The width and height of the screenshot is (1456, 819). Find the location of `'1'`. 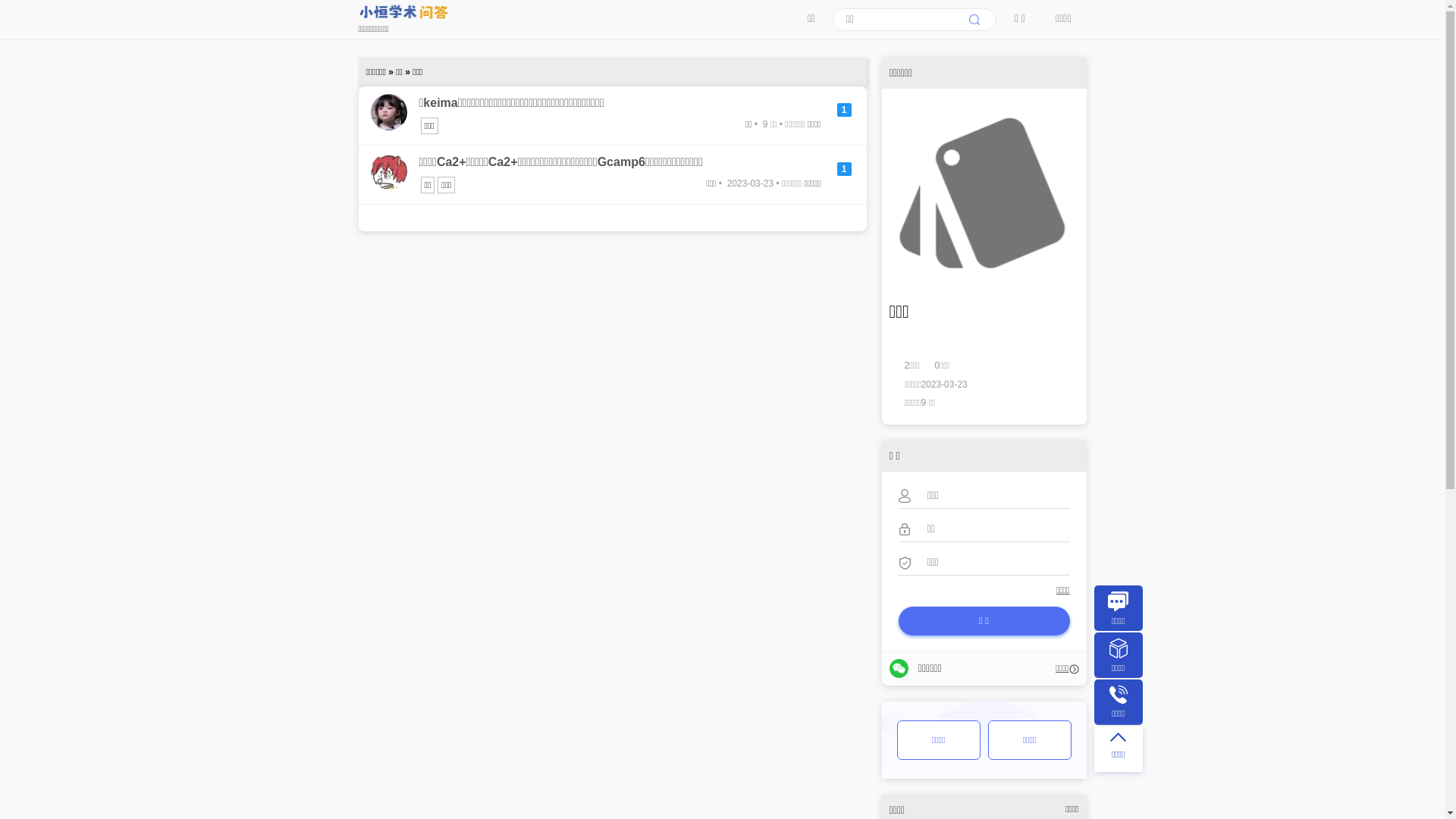

'1' is located at coordinates (843, 109).